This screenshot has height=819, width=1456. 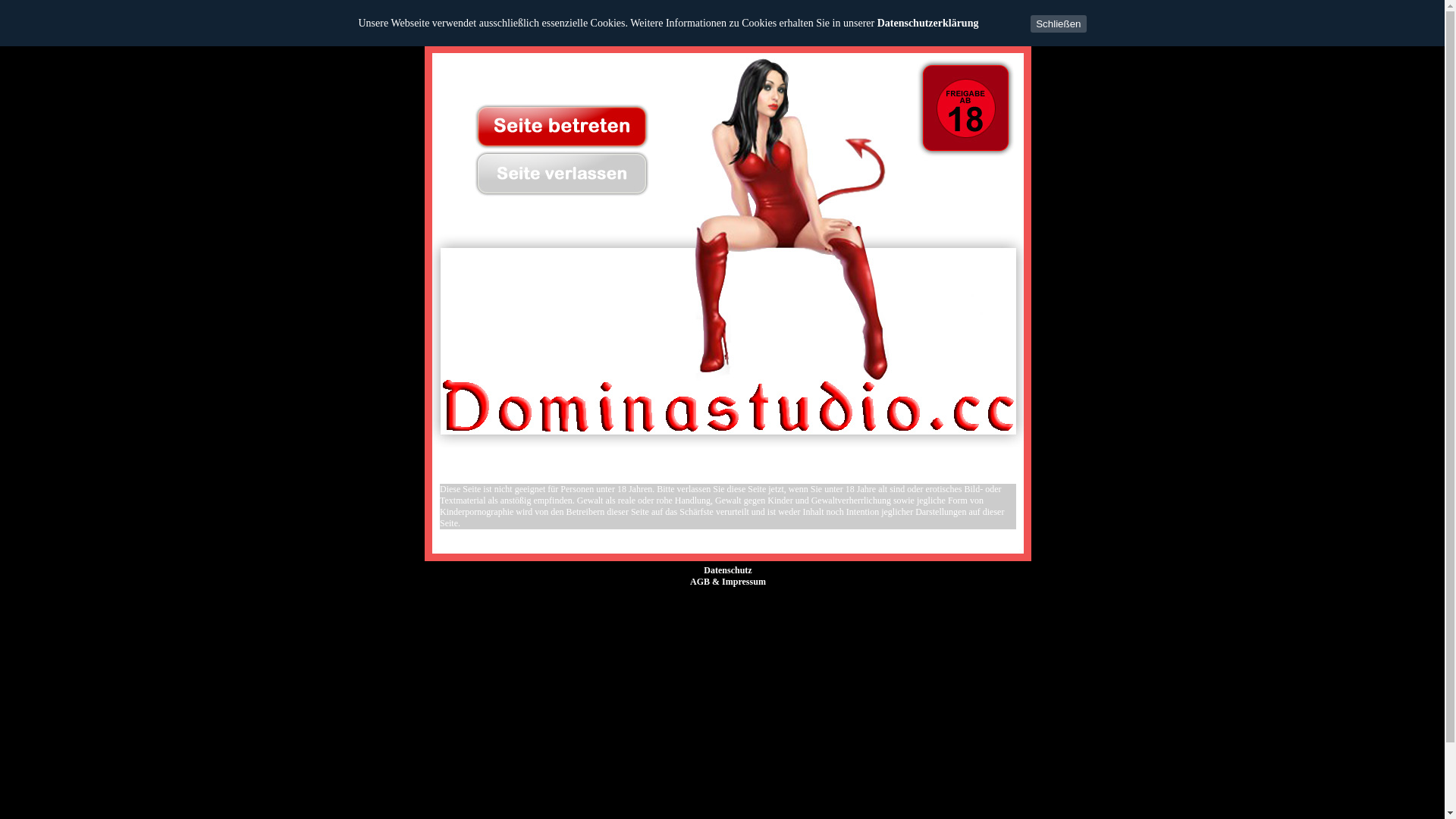 What do you see at coordinates (728, 570) in the screenshot?
I see `'Datenschutz'` at bounding box center [728, 570].